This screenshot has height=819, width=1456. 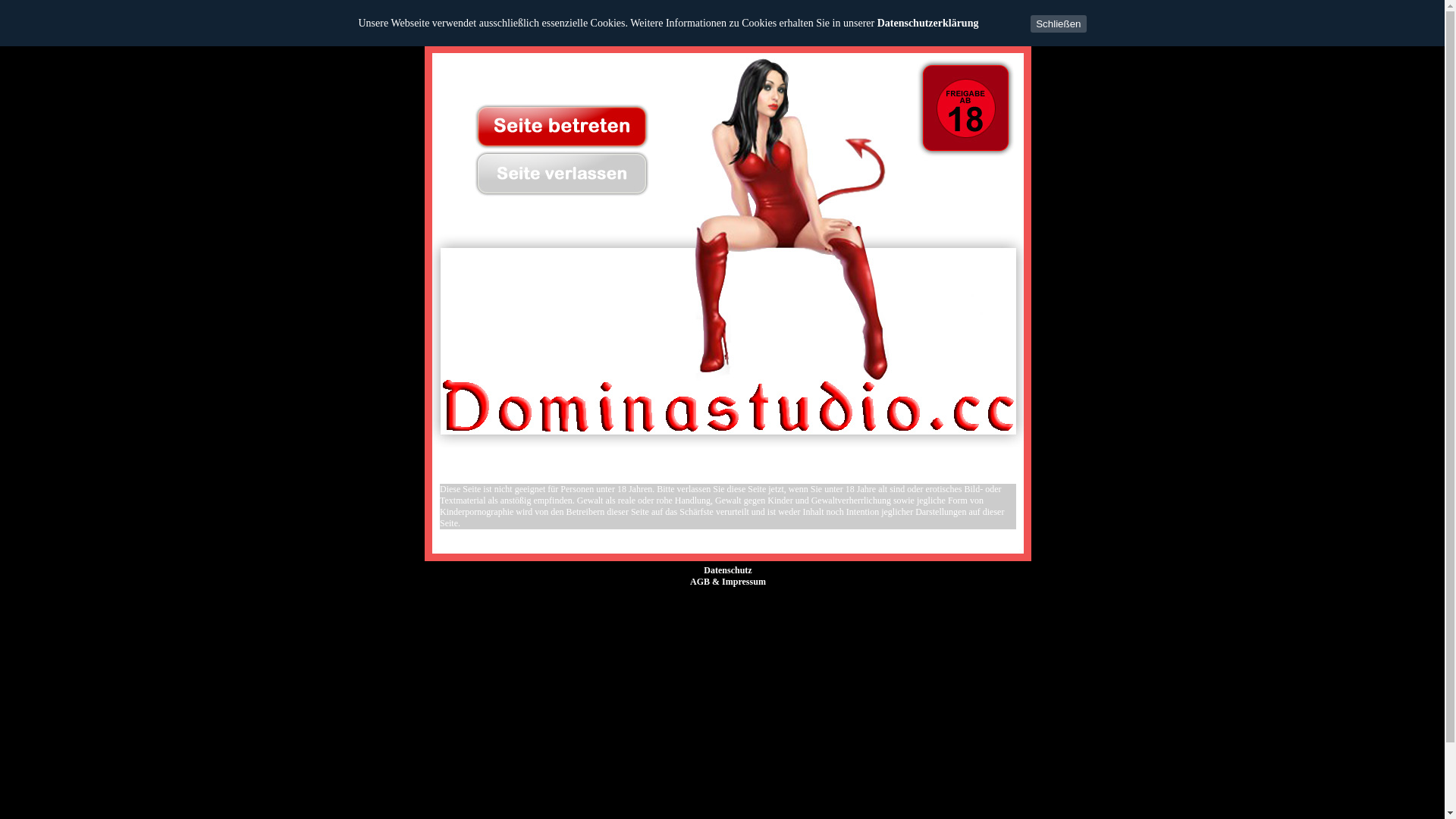 What do you see at coordinates (728, 570) in the screenshot?
I see `'Datenschutz'` at bounding box center [728, 570].